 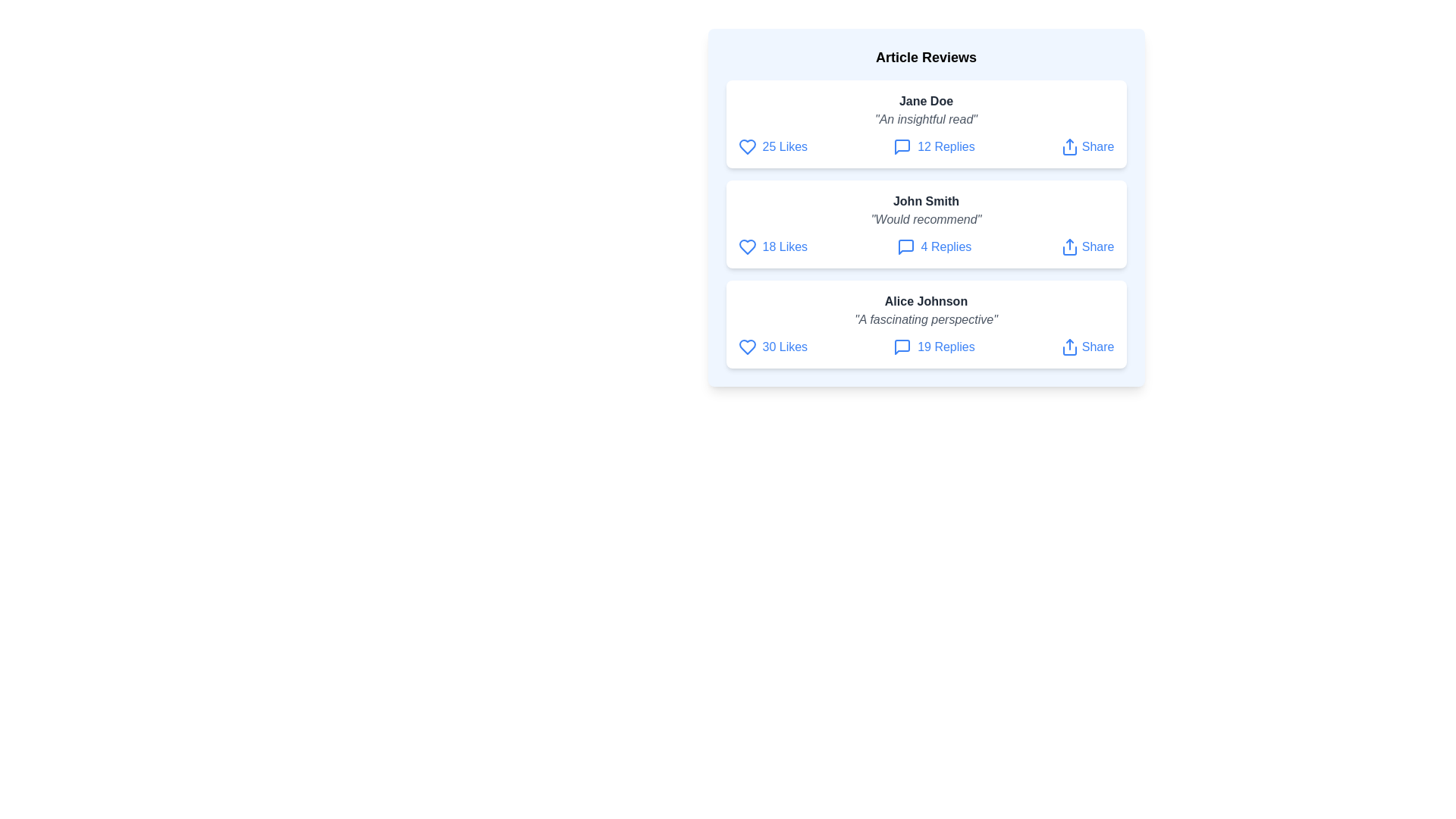 I want to click on share button for the review by Alice Johnson, so click(x=1087, y=347).